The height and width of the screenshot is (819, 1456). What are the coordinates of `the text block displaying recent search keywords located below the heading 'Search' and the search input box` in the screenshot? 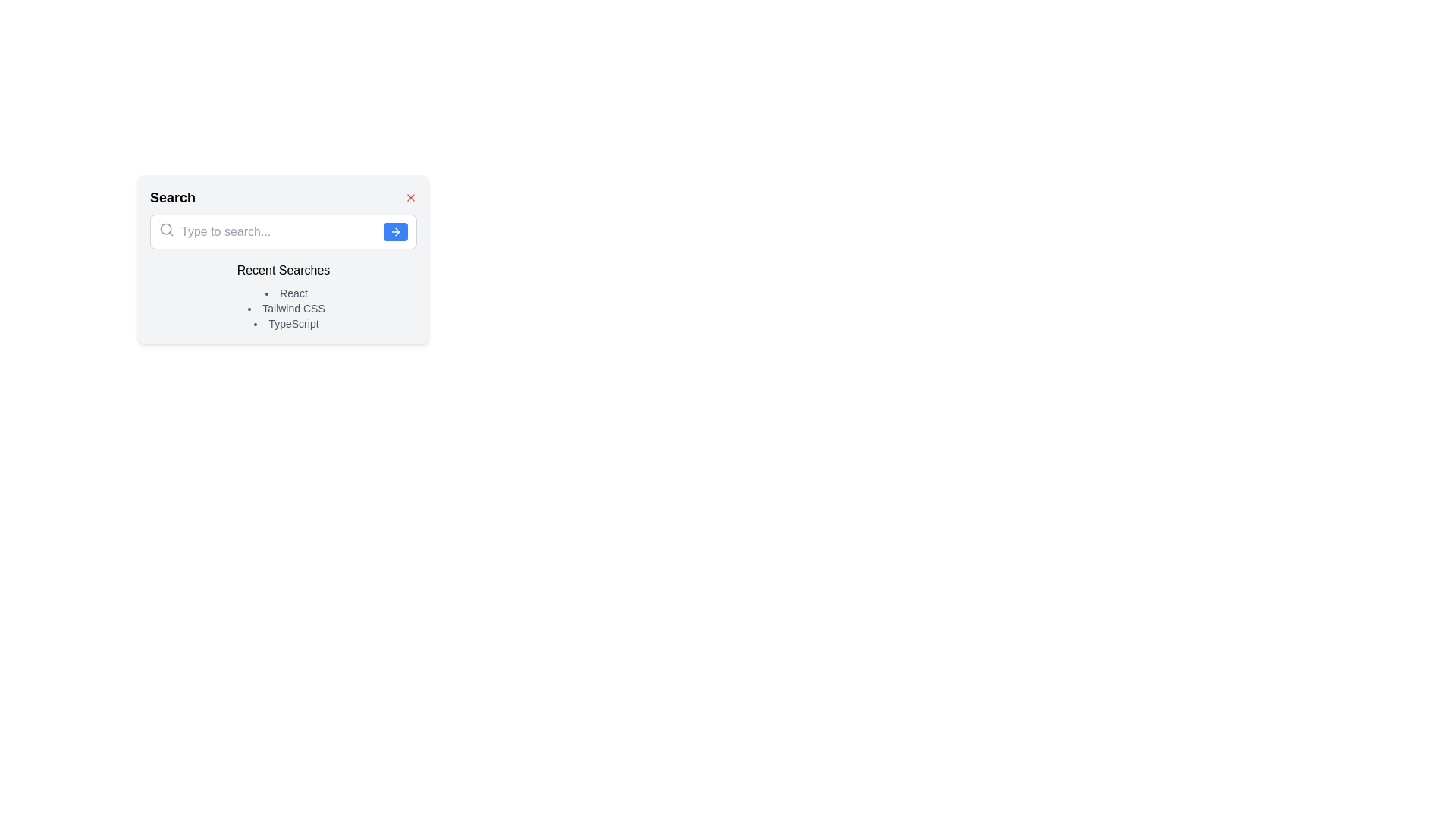 It's located at (284, 296).